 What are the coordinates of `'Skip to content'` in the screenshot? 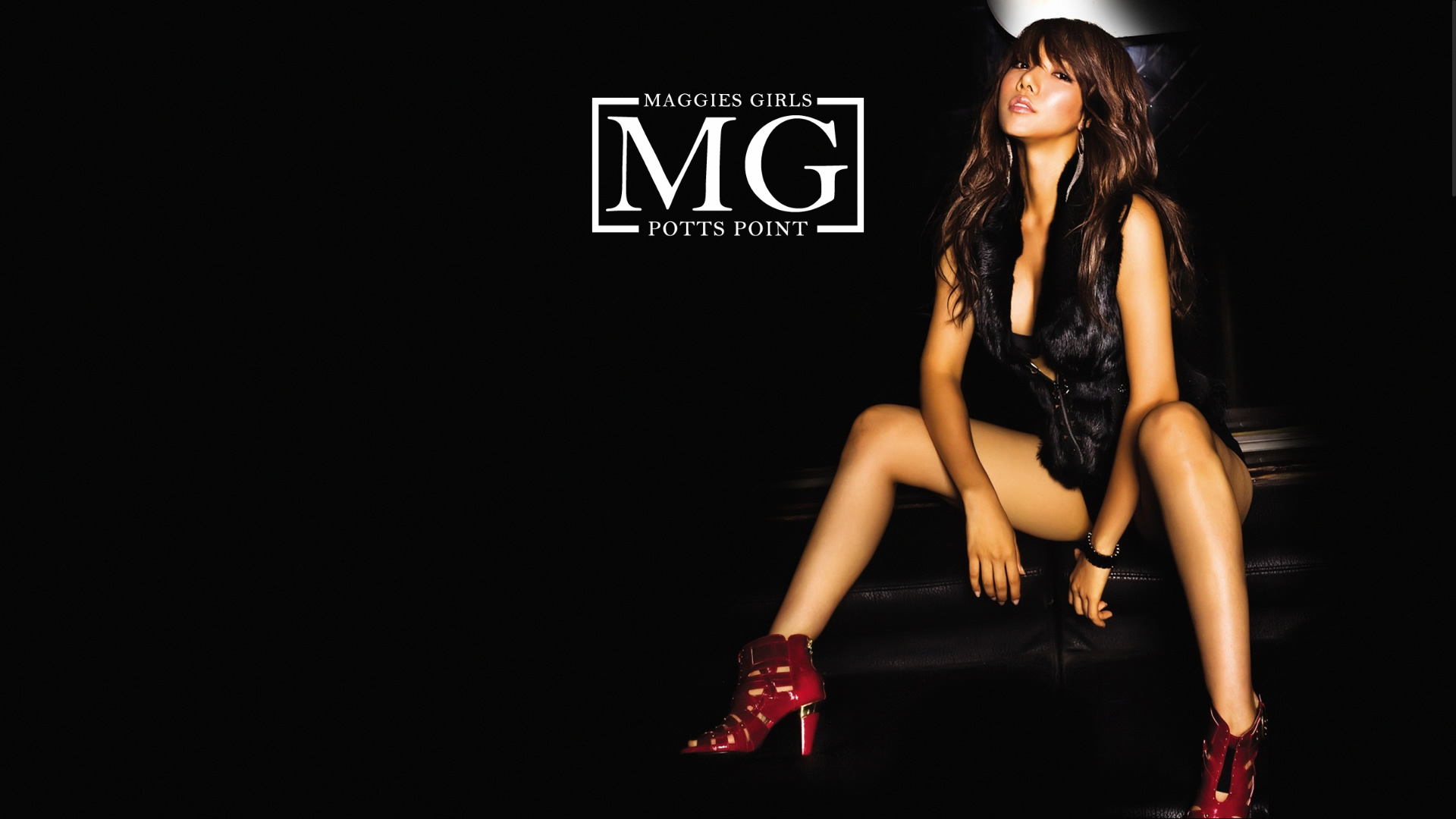 It's located at (0, 0).